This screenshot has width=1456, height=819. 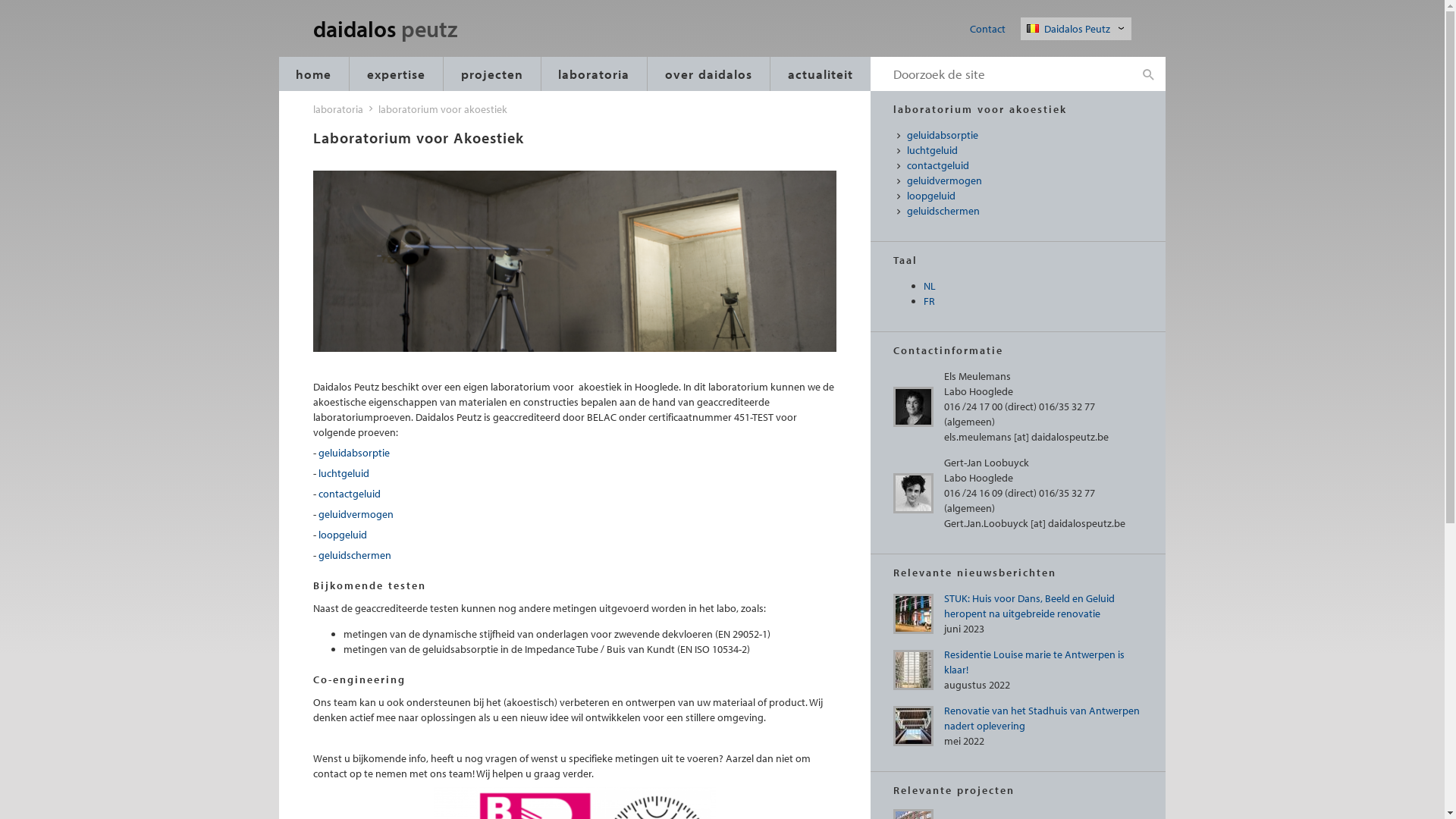 I want to click on 'contactgeluid', so click(x=1025, y=166).